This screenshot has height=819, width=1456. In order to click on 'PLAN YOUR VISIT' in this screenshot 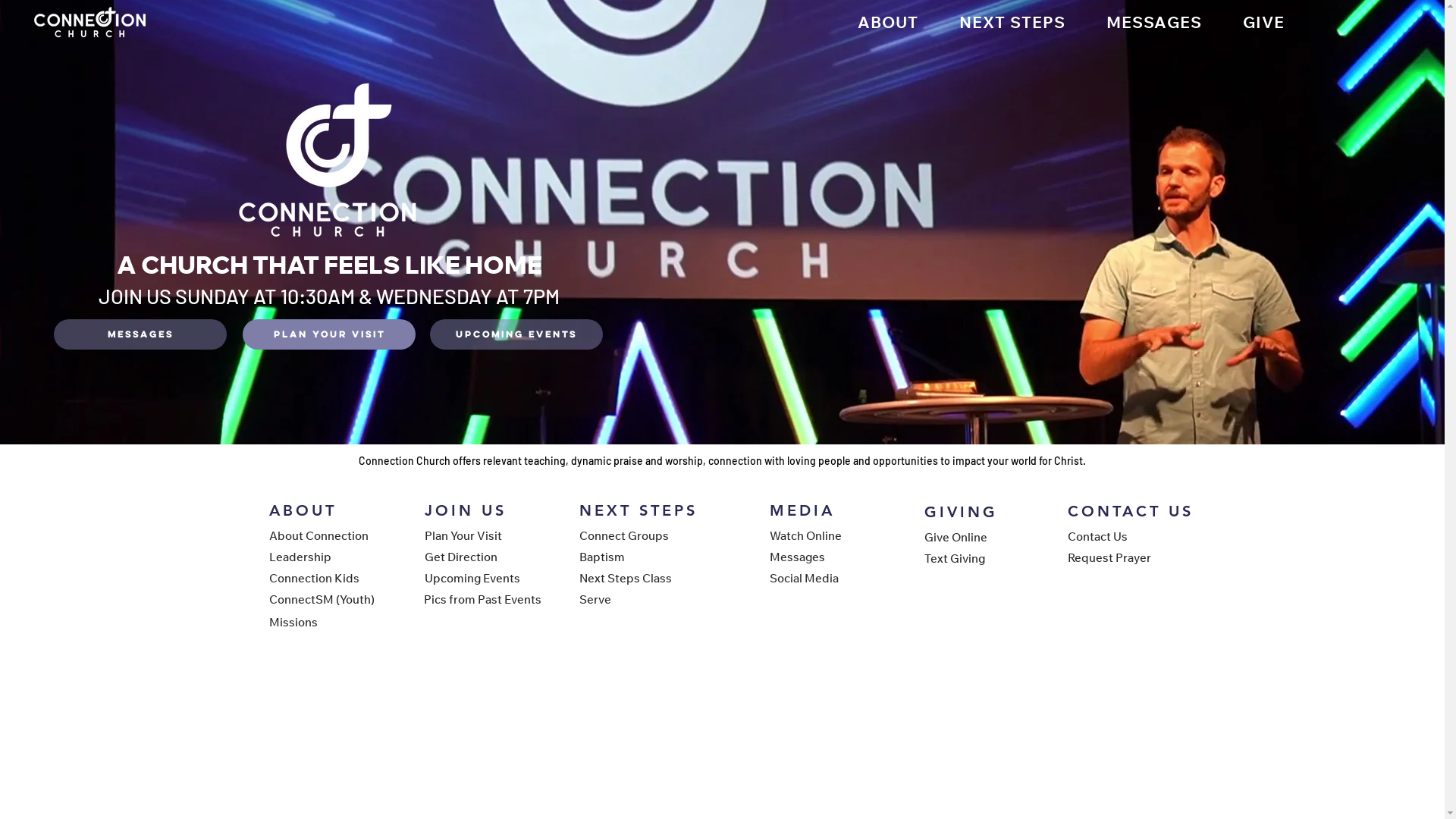, I will do `click(328, 333)`.